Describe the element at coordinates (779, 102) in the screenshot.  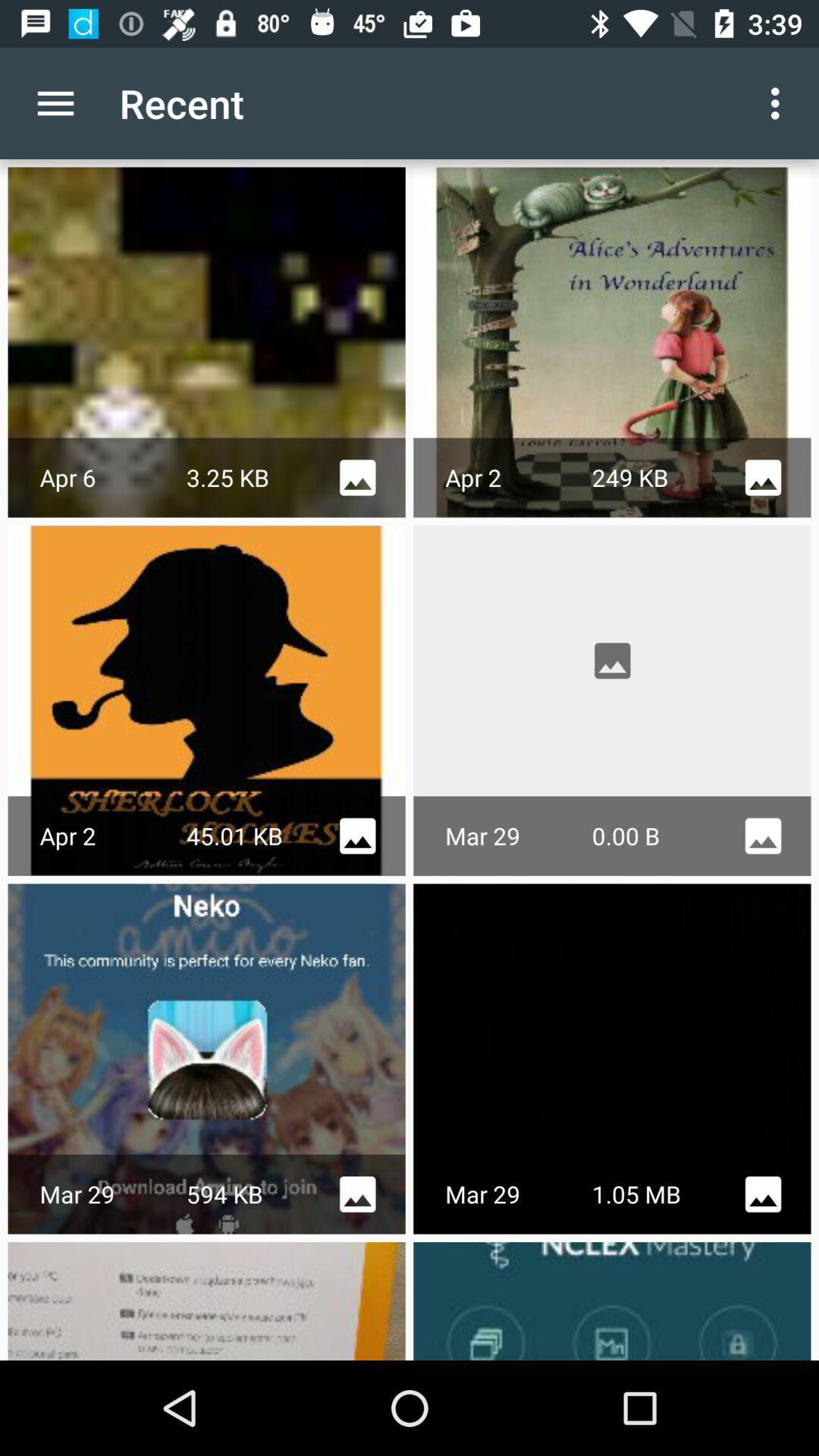
I see `item next to the recent item` at that location.